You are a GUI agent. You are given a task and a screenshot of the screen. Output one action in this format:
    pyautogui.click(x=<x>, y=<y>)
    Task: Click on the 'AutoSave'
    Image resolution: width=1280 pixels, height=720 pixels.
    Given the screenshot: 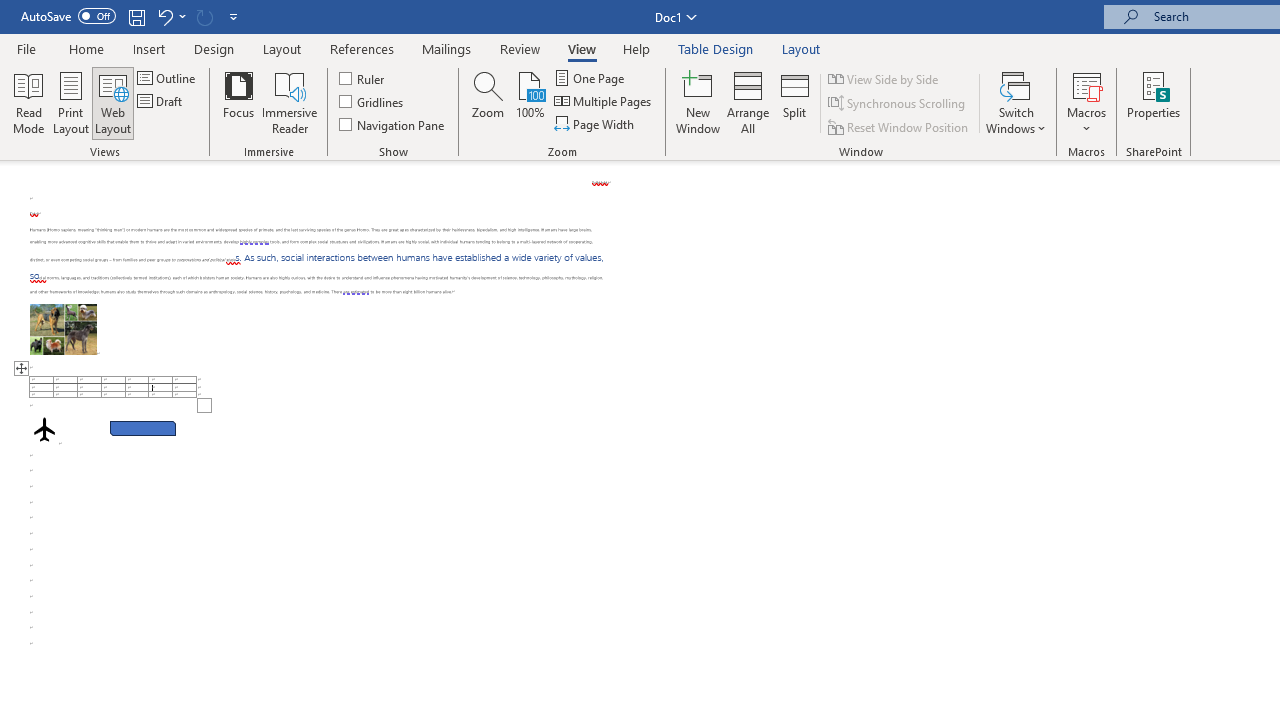 What is the action you would take?
    pyautogui.click(x=68, y=16)
    